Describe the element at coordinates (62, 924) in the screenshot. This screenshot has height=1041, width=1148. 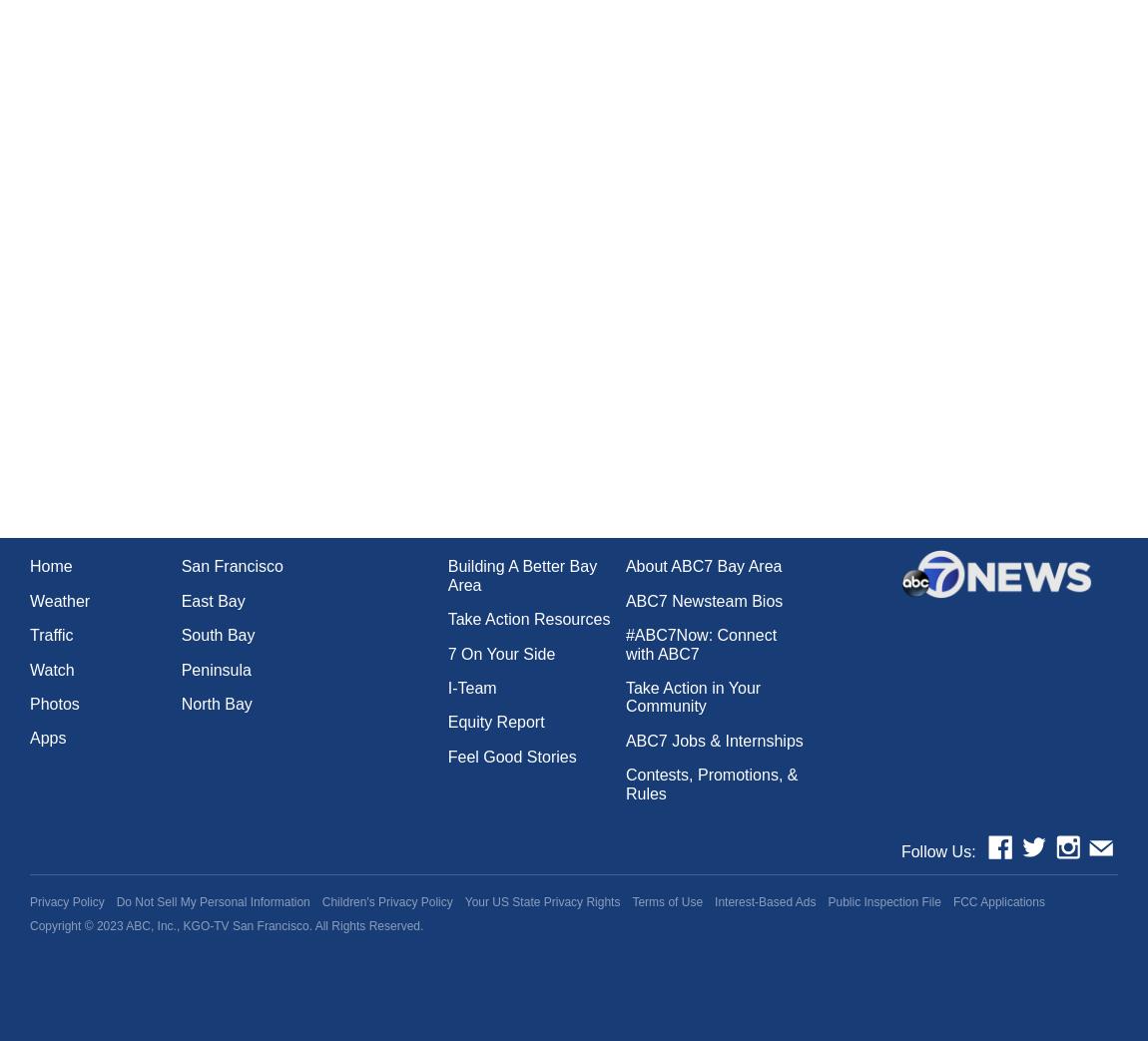
I see `'Copyright ©'` at that location.